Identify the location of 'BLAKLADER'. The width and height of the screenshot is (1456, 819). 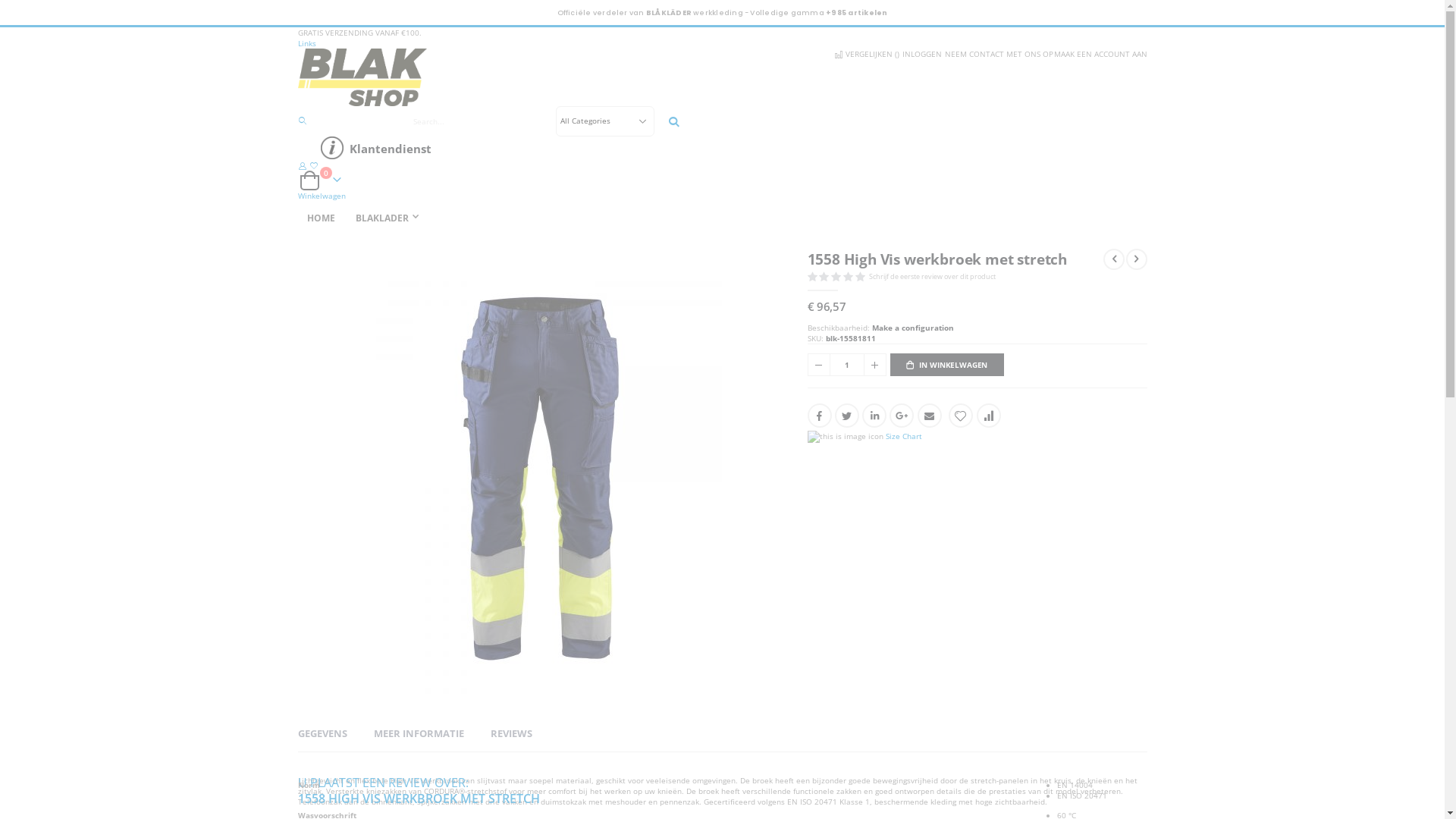
(389, 218).